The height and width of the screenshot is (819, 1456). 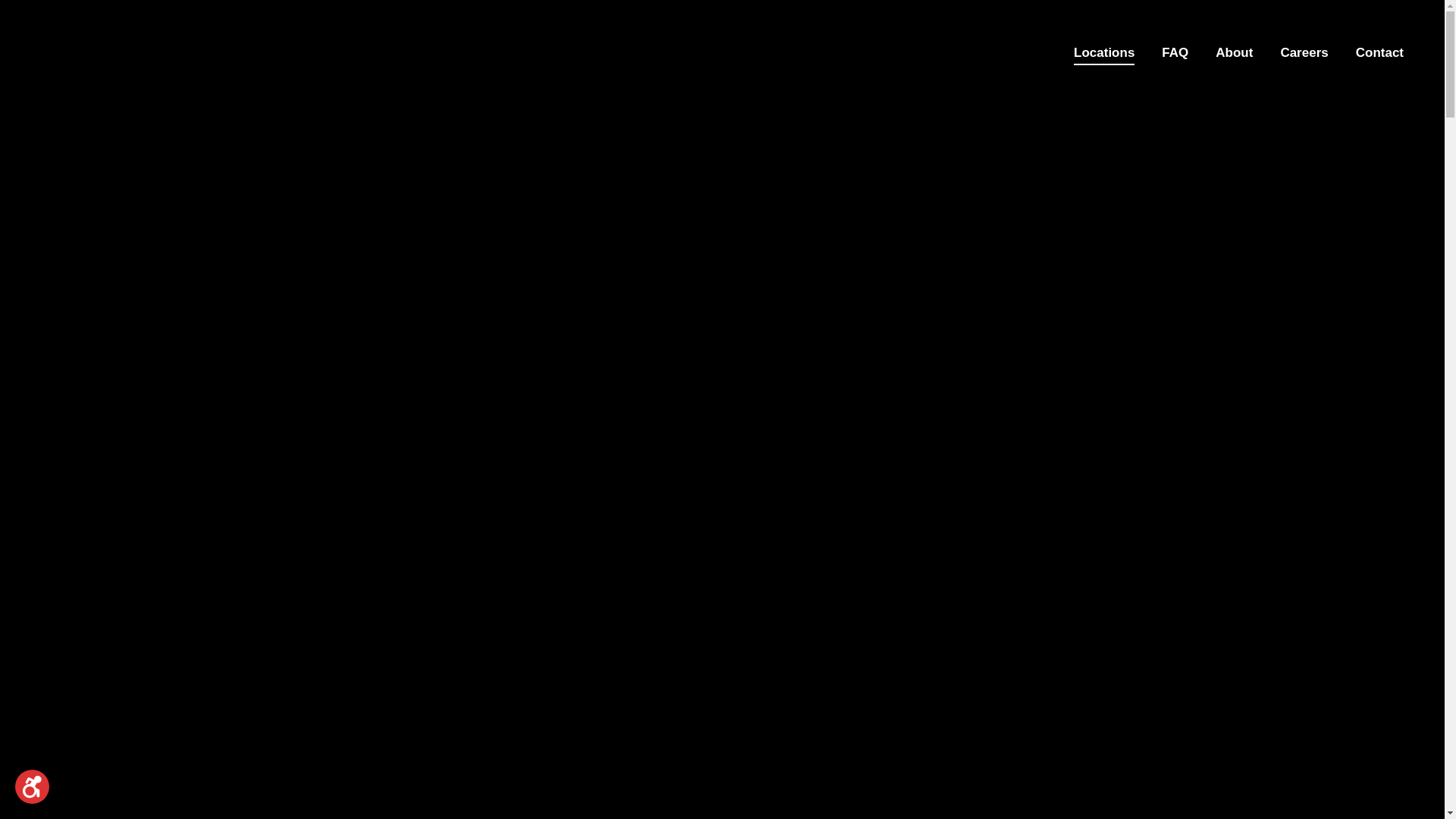 I want to click on 'FAQ', so click(x=1174, y=52).